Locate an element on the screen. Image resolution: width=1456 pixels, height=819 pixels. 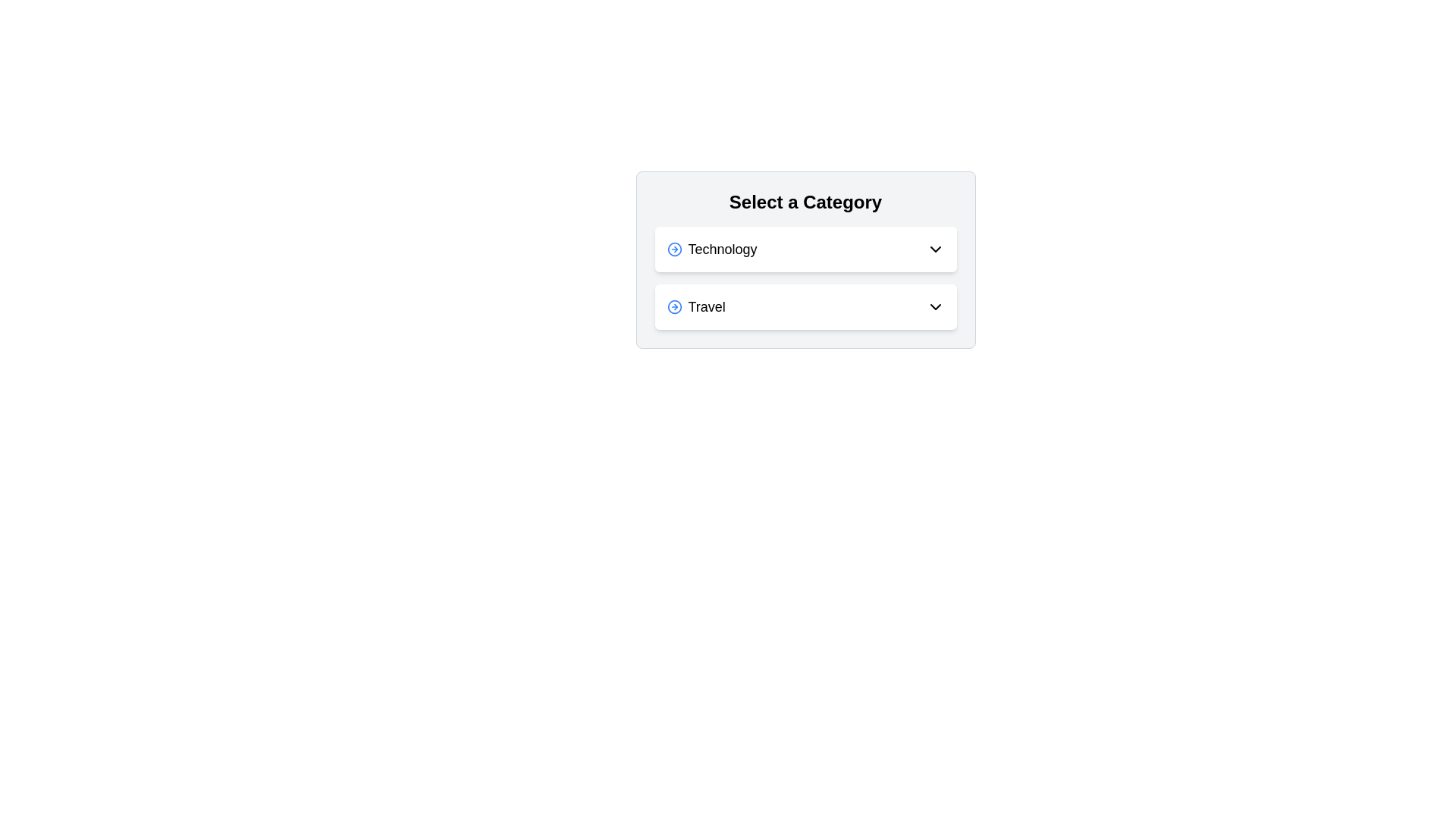
the circular arrow icon with a rightward pointing arrow inside a blue circle, located to the left of the text 'Travel' is located at coordinates (673, 307).